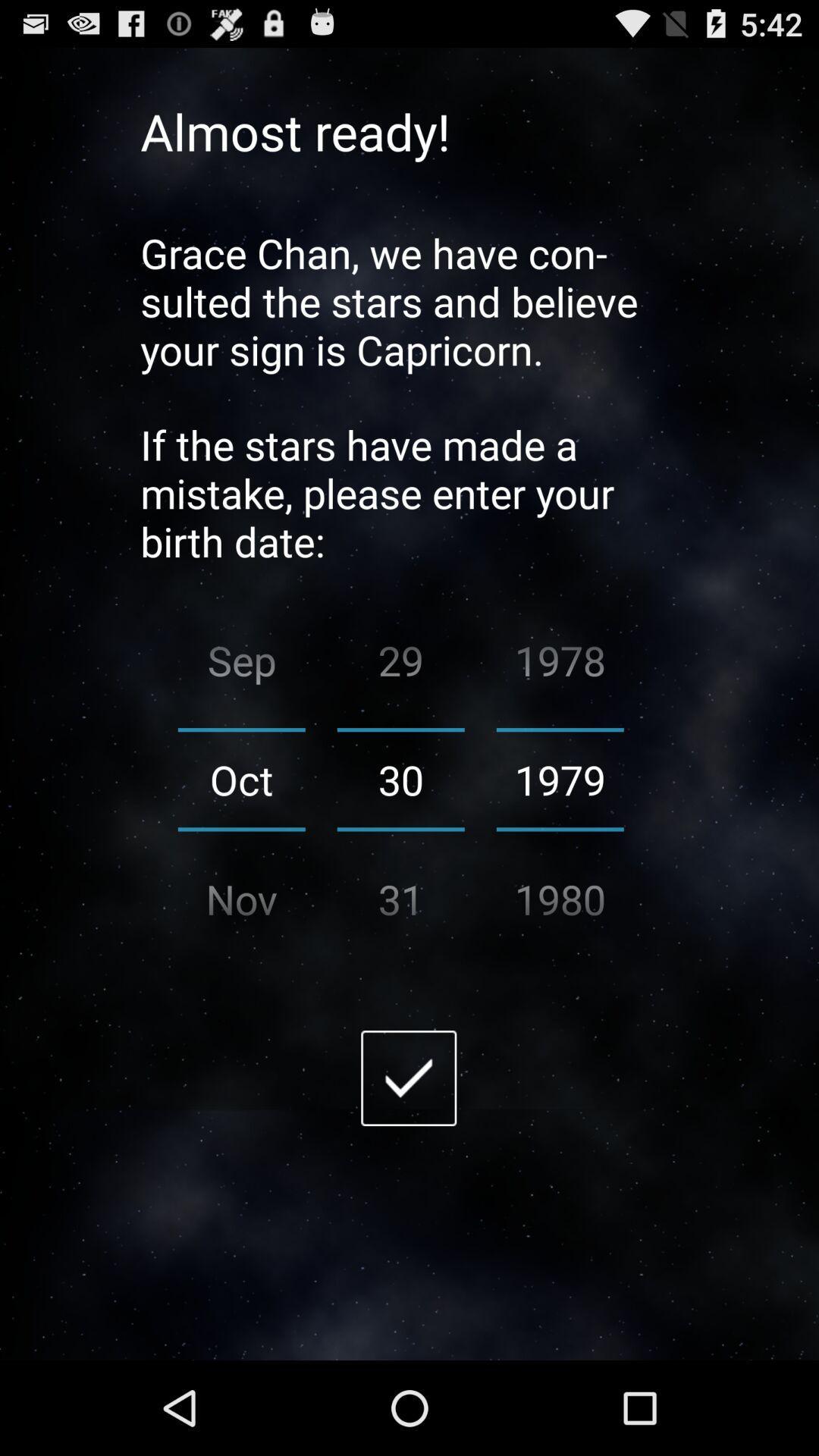  I want to click on the check icon, so click(408, 1153).